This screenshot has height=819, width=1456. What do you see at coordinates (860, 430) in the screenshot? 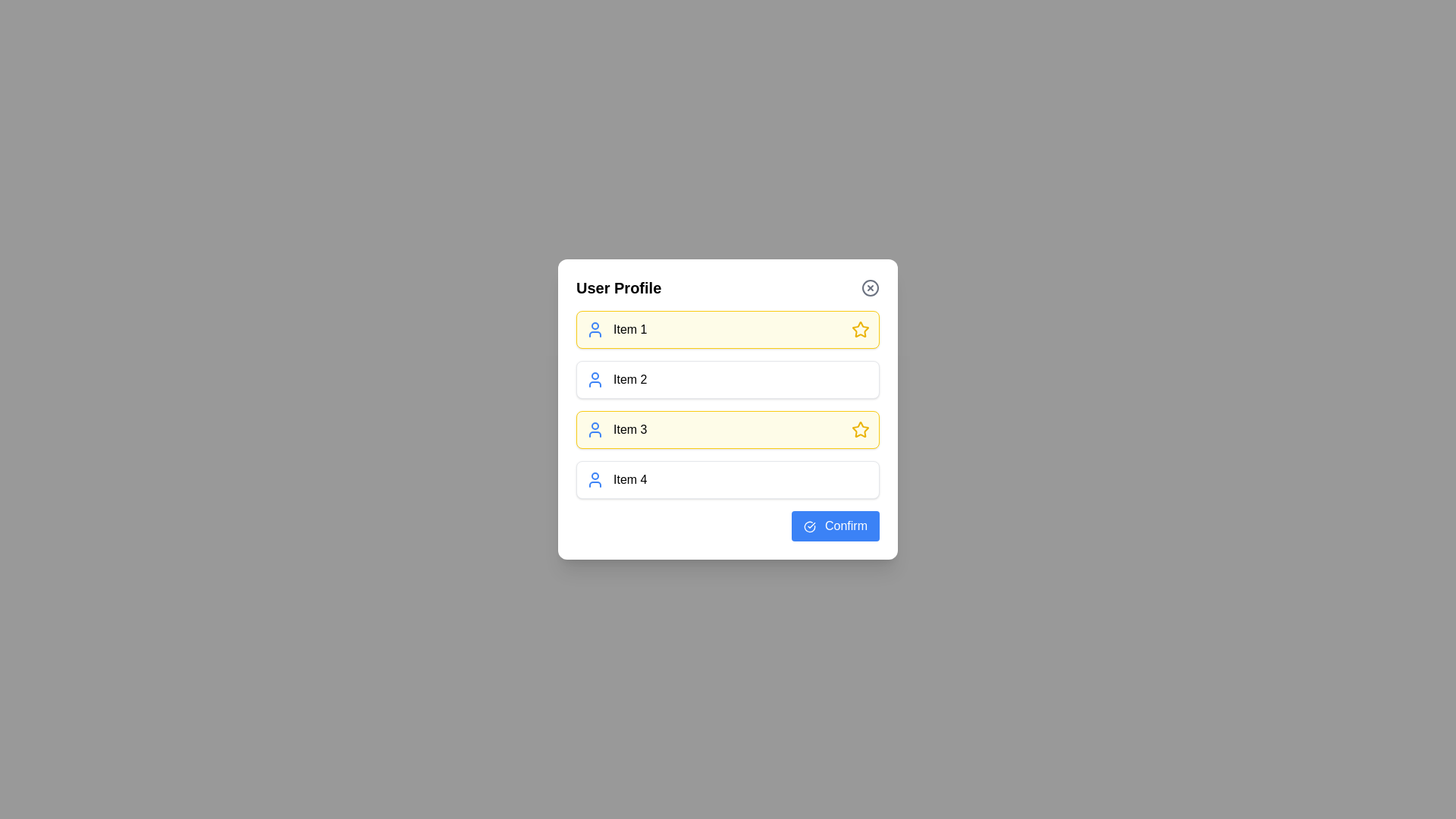
I see `the yellow star icon located at the far right of the entry labeled 'Item 3'` at bounding box center [860, 430].